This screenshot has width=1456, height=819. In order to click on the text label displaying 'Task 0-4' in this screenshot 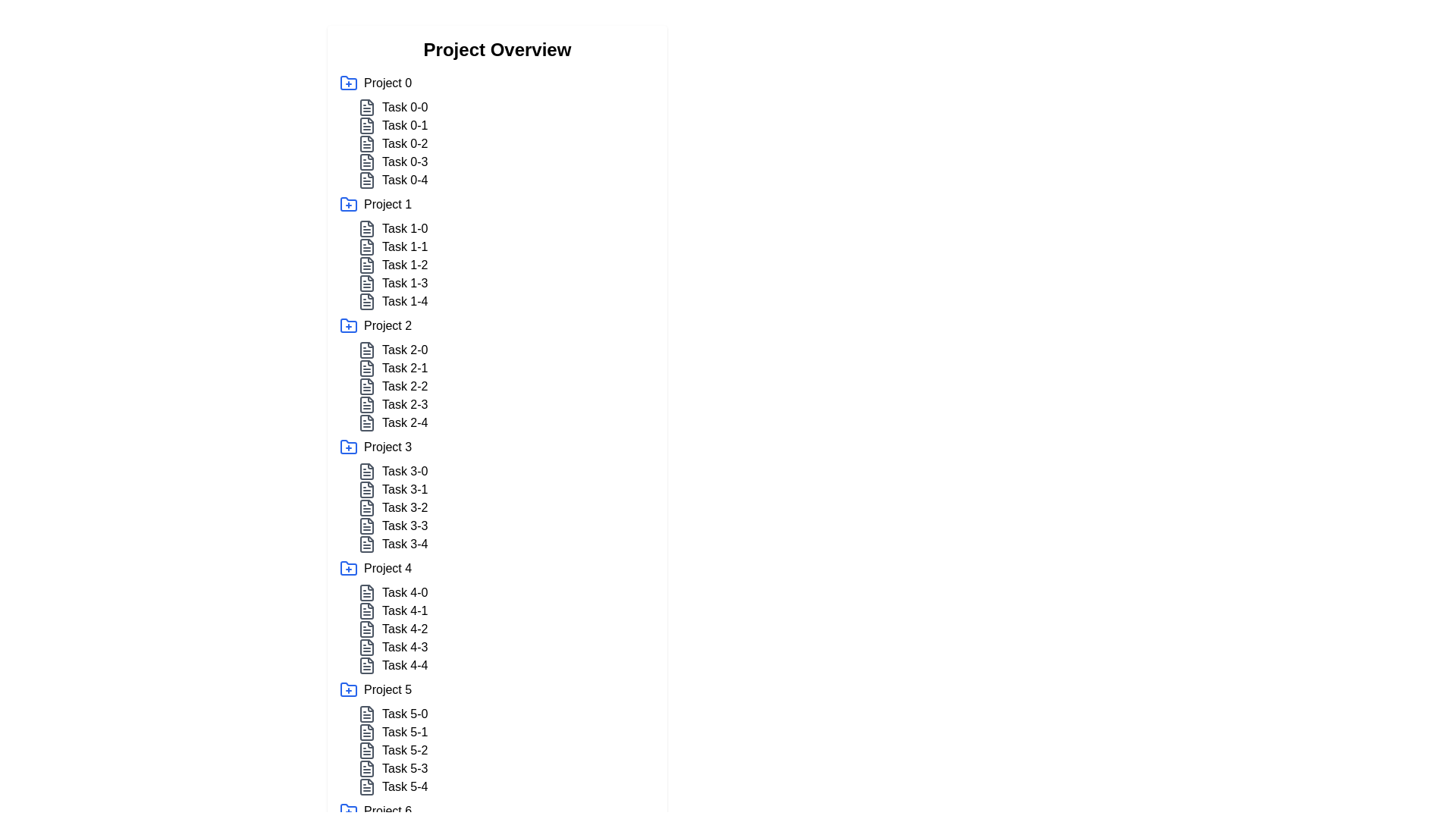, I will do `click(405, 180)`.